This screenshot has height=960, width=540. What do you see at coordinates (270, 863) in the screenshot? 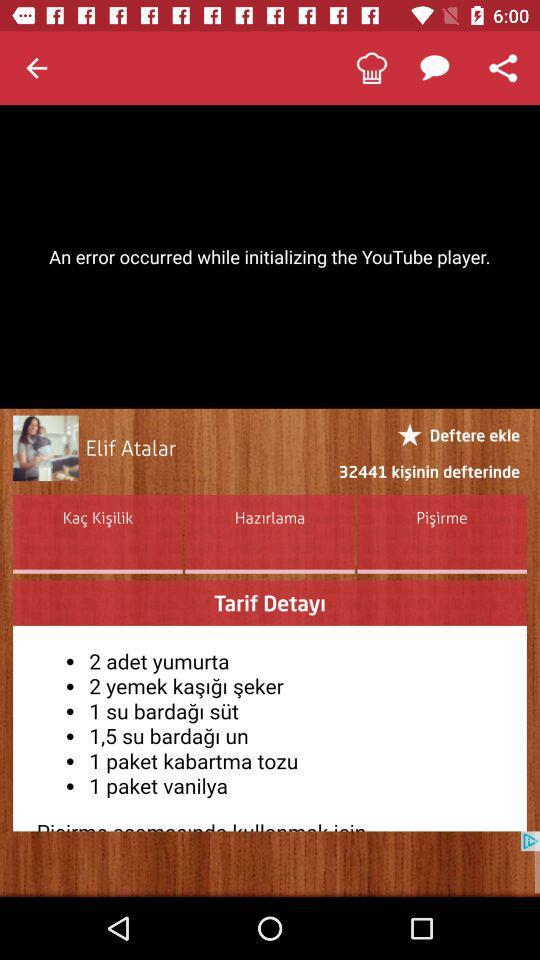
I see `blank advertisement from google` at bounding box center [270, 863].